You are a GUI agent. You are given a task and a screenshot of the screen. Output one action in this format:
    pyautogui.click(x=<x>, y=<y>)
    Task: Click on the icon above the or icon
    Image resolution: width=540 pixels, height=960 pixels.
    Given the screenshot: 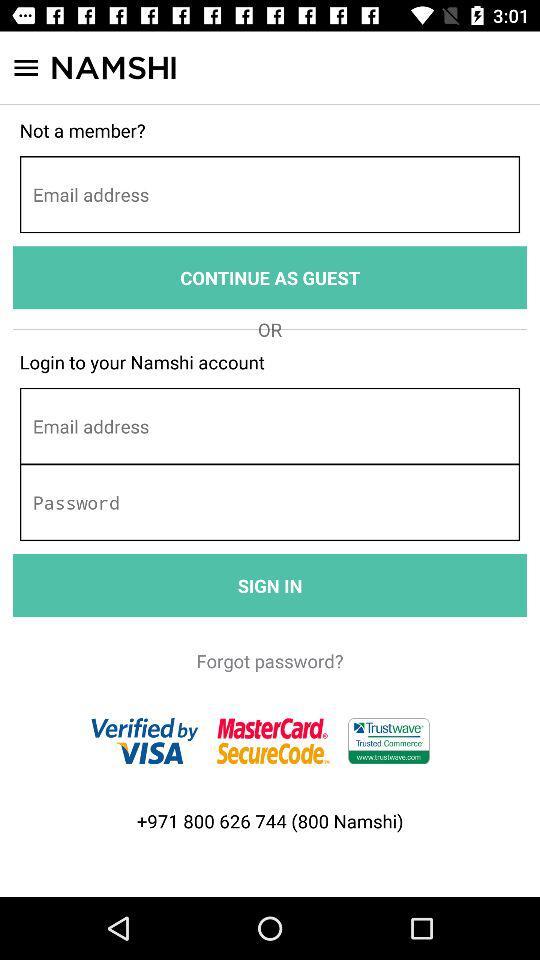 What is the action you would take?
    pyautogui.click(x=270, y=276)
    